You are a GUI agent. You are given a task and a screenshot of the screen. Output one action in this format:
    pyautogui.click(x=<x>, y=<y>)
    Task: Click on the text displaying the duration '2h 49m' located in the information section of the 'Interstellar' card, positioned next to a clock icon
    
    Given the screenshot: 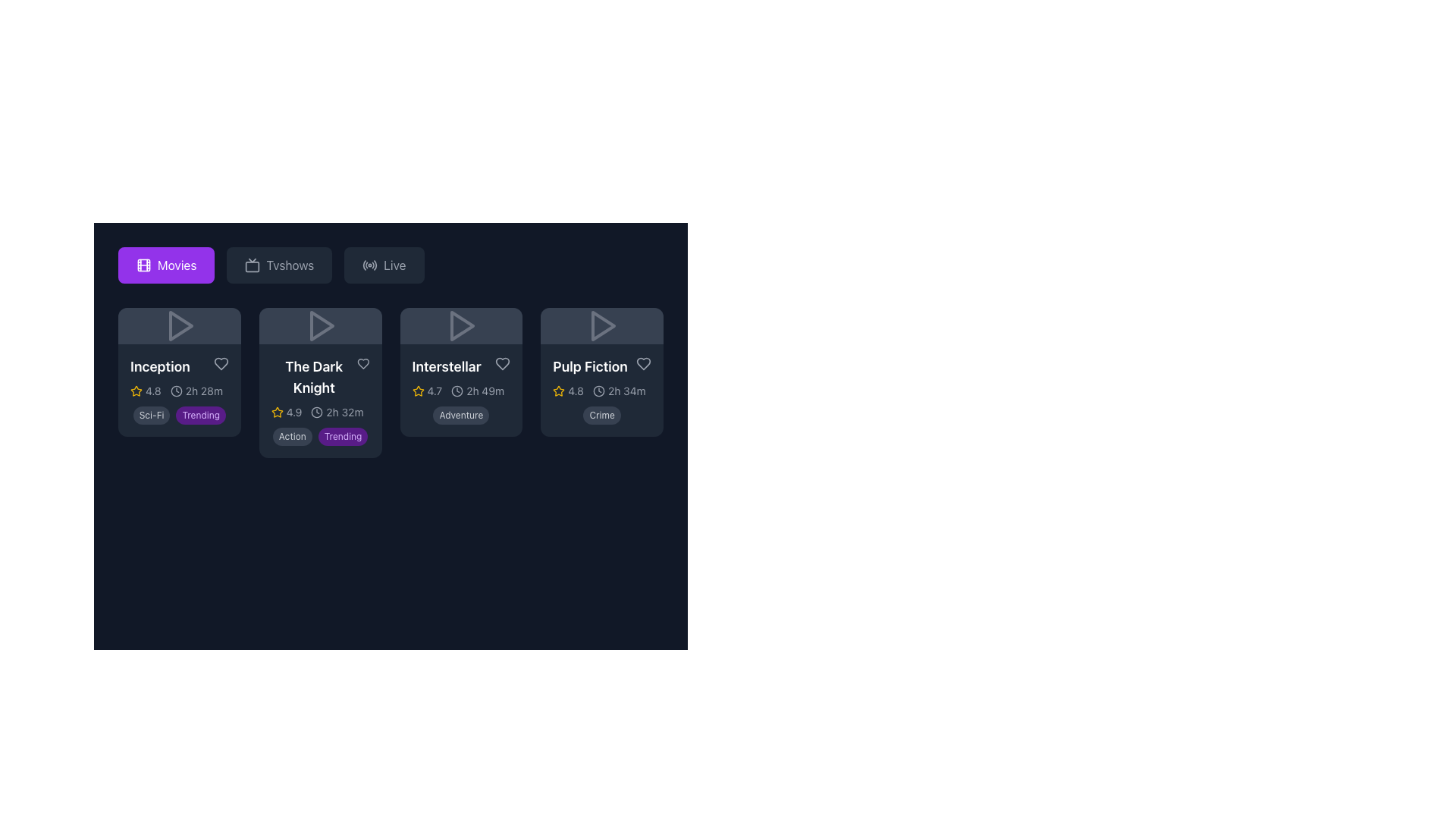 What is the action you would take?
    pyautogui.click(x=485, y=391)
    